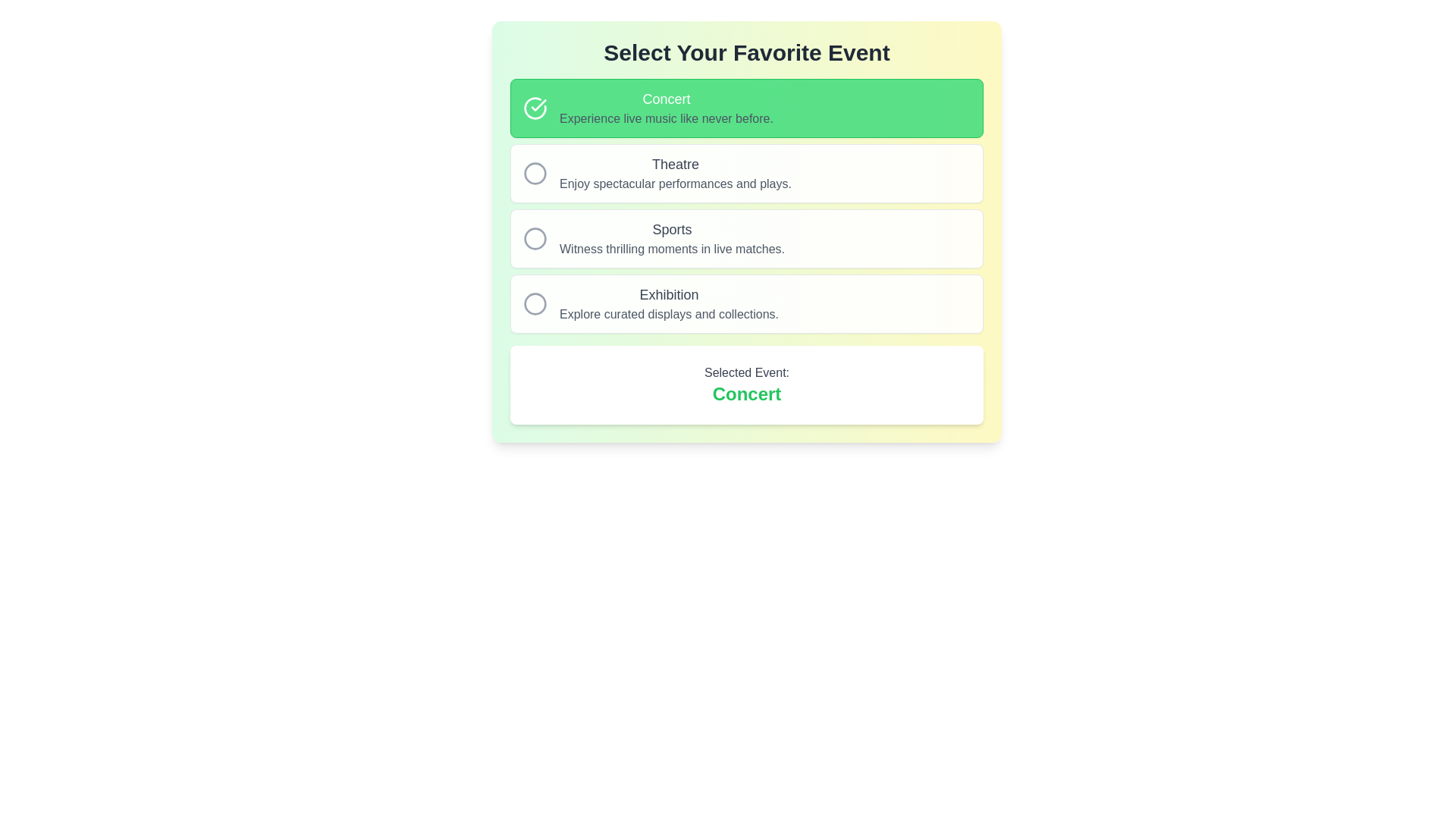 The width and height of the screenshot is (1456, 819). I want to click on the text label displaying 'Witness thrilling moments in live matches.' which is located under the 'Sports' header in the selection list, so click(671, 248).